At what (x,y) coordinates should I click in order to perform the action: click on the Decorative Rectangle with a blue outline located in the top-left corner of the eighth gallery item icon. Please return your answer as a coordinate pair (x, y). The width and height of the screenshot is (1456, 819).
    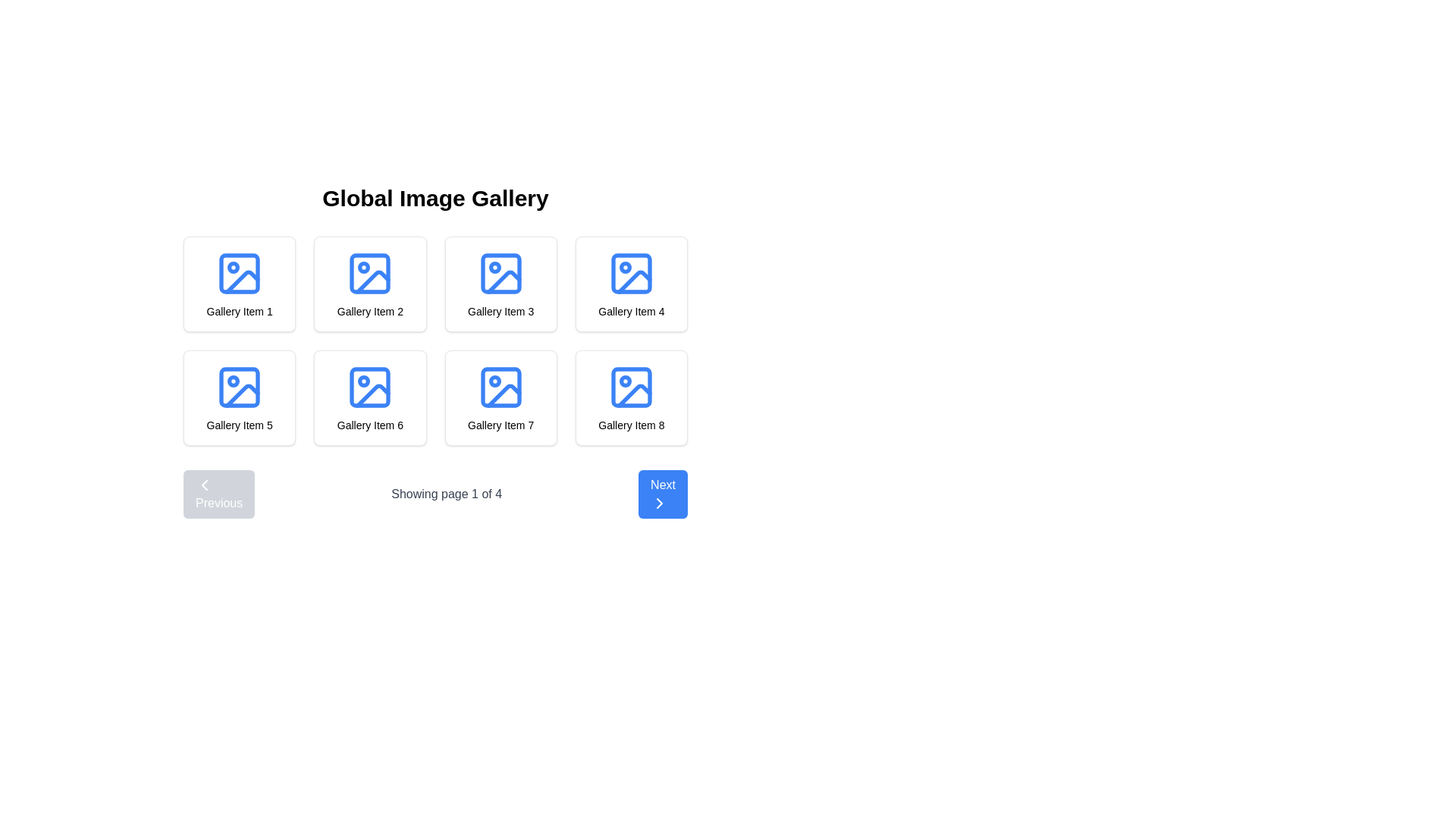
    Looking at the image, I should click on (631, 386).